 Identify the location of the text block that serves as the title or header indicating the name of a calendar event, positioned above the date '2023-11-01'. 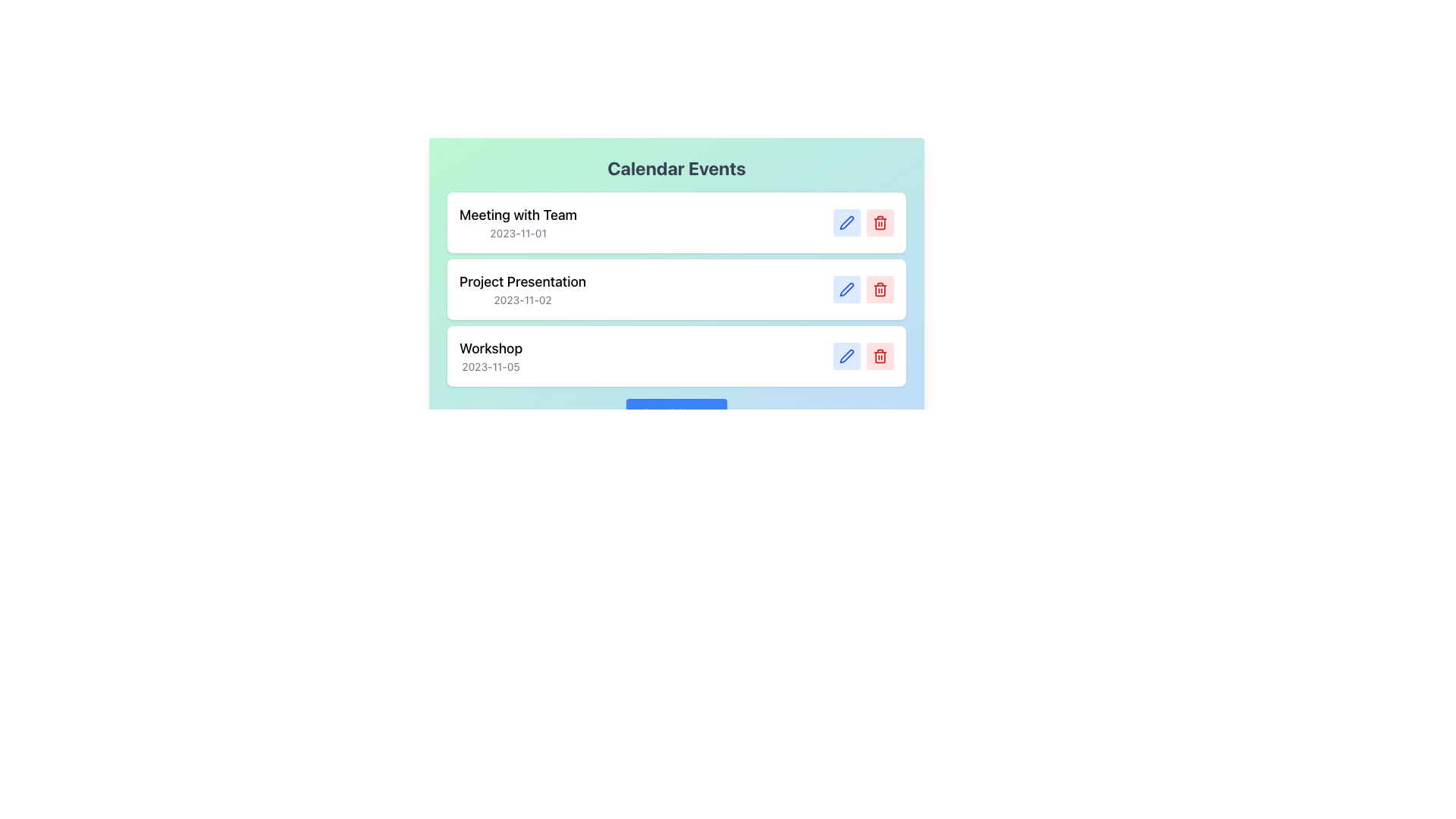
(518, 215).